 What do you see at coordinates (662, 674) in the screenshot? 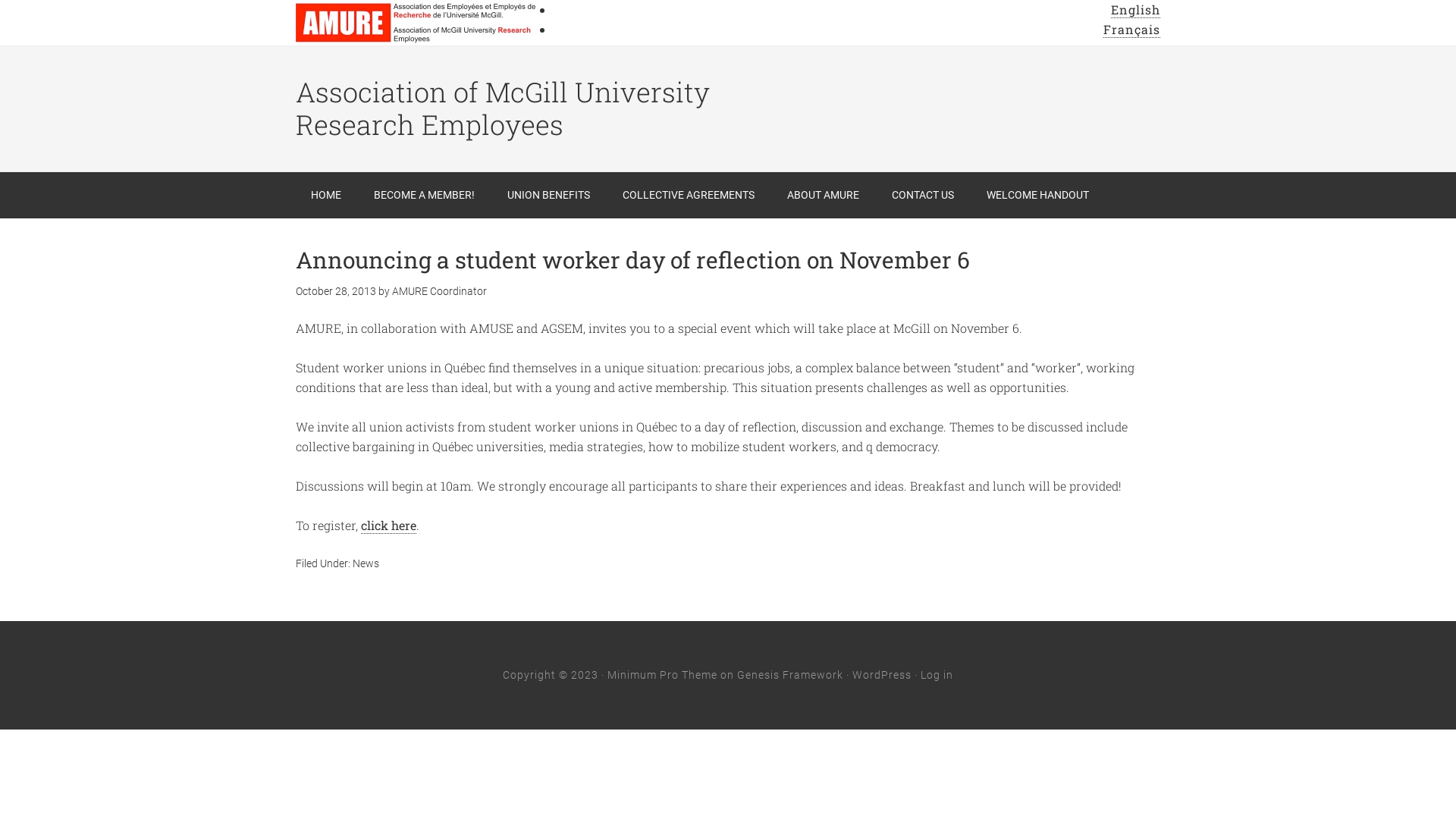
I see `'Minimum Pro Theme'` at bounding box center [662, 674].